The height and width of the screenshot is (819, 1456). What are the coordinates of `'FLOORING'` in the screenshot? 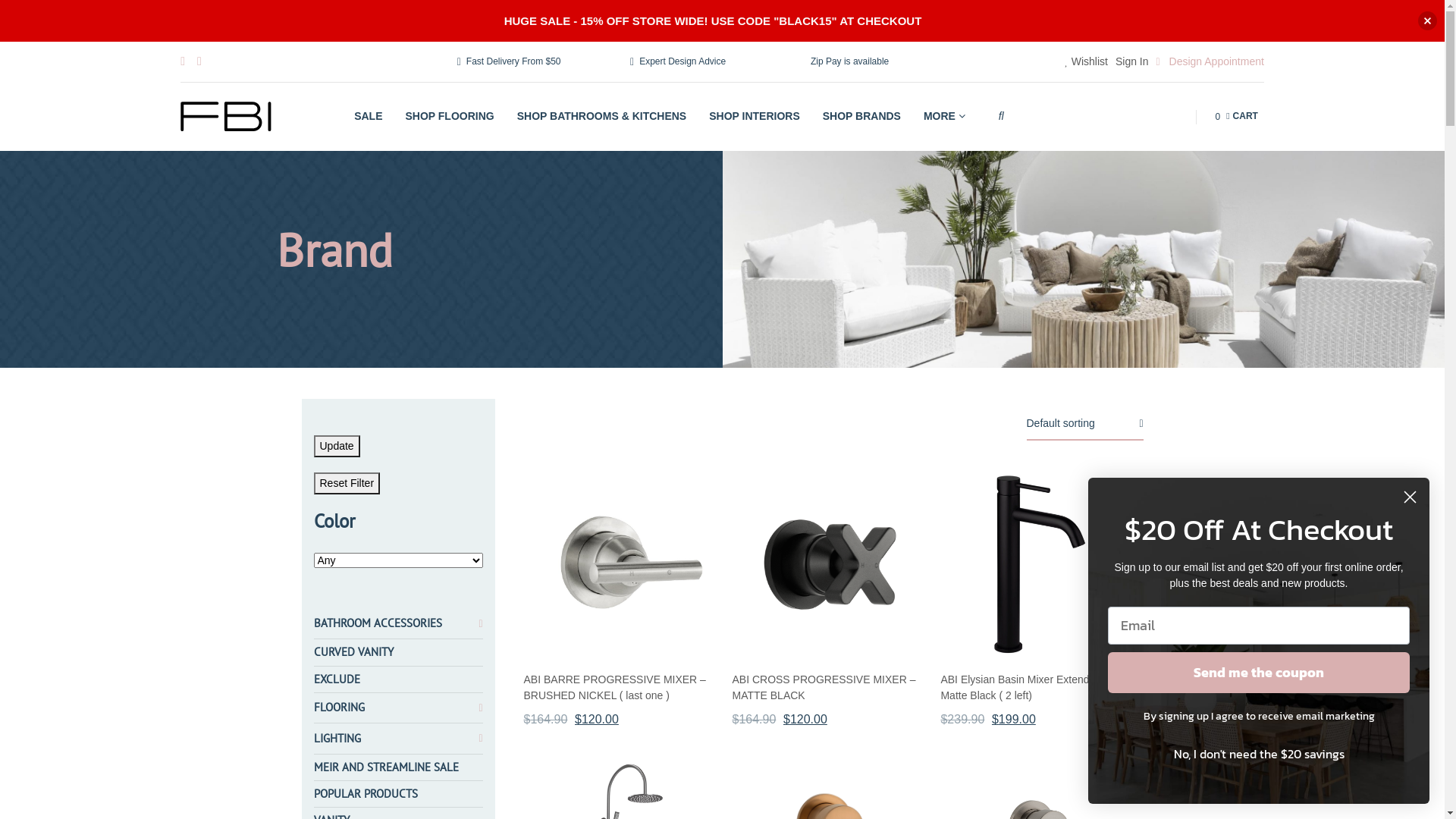 It's located at (338, 708).